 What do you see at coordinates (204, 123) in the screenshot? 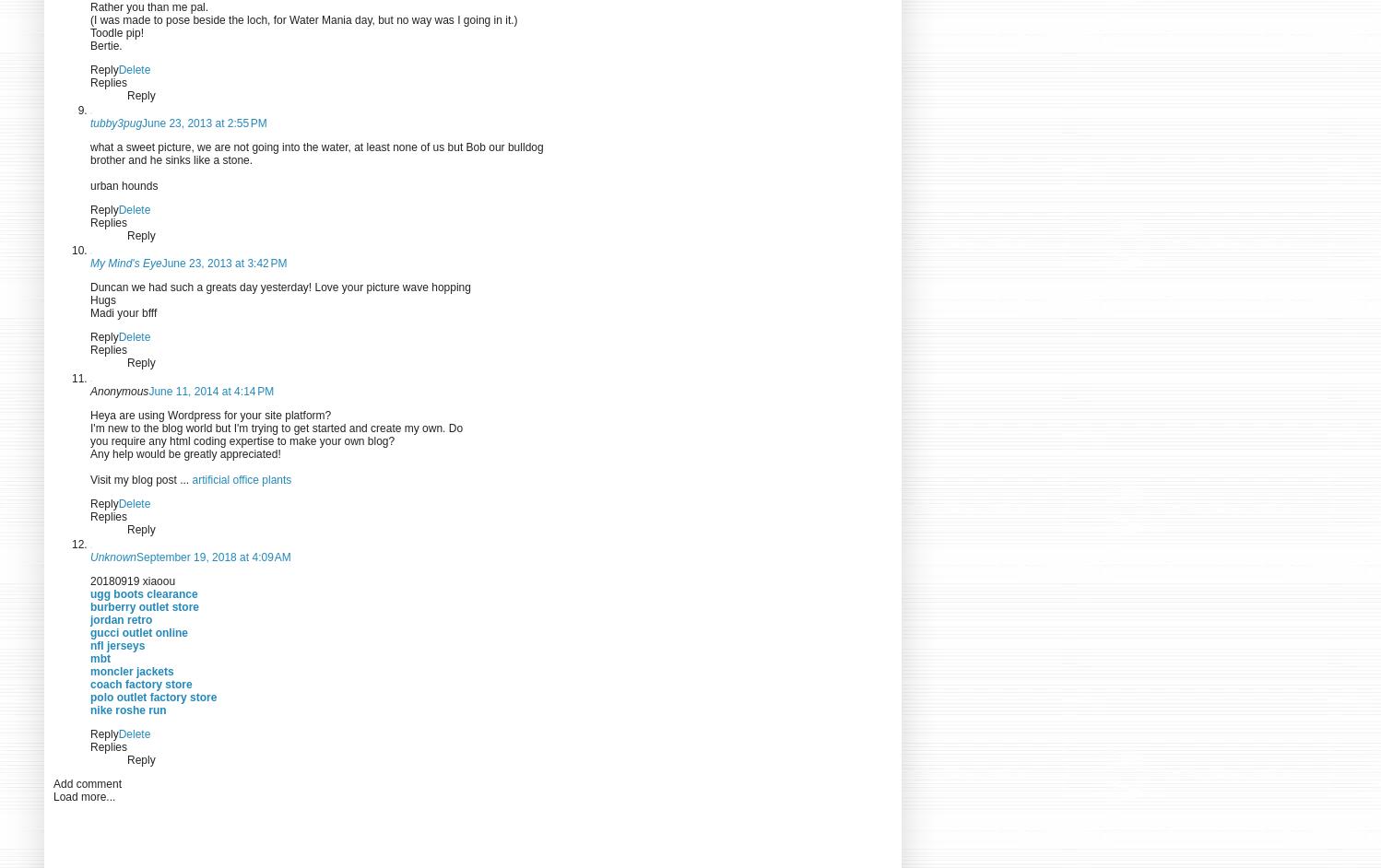
I see `'June 23, 2013 at 2:55 PM'` at bounding box center [204, 123].